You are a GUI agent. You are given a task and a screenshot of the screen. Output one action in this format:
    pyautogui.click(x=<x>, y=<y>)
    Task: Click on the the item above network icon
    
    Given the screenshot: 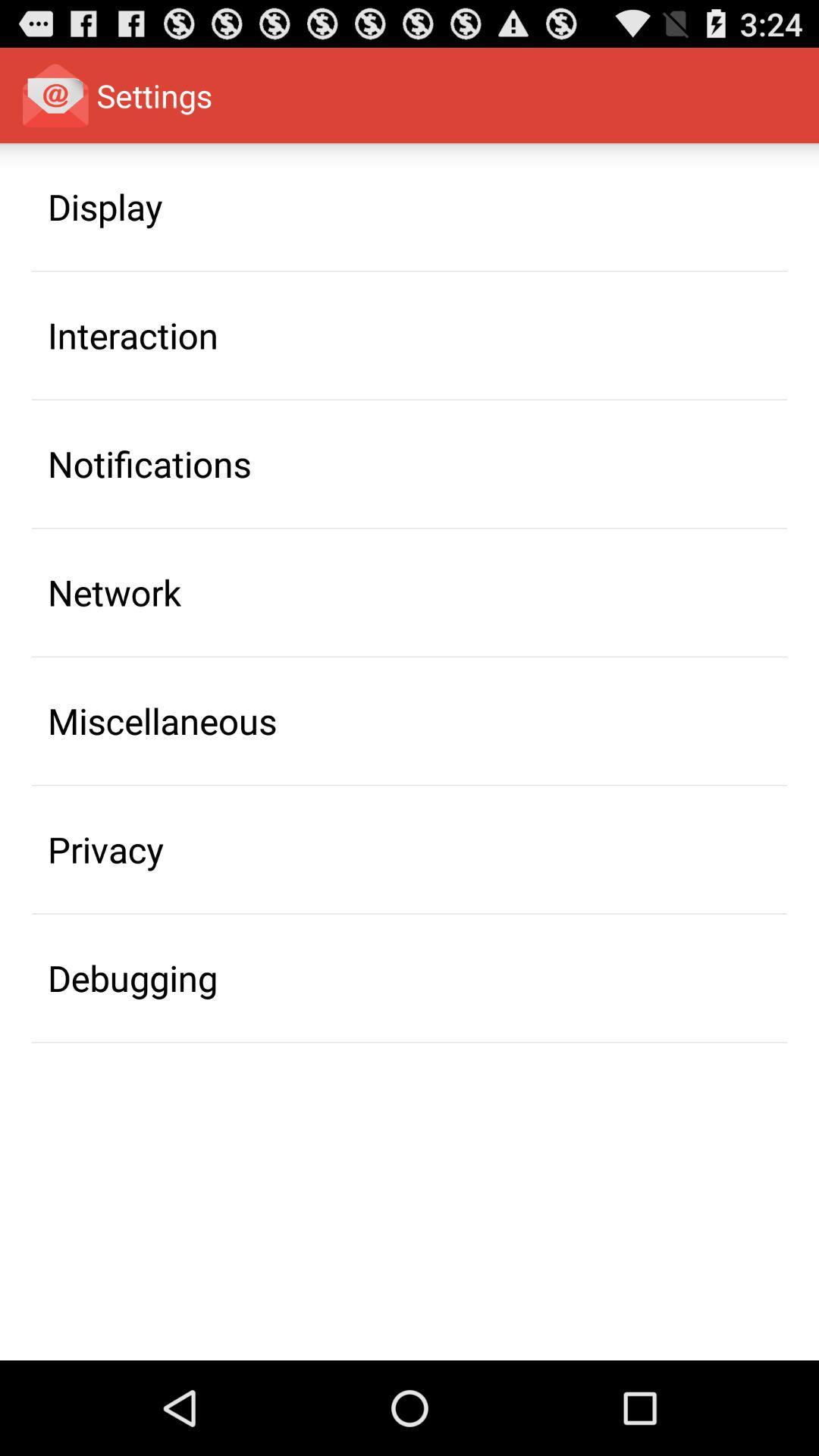 What is the action you would take?
    pyautogui.click(x=149, y=463)
    